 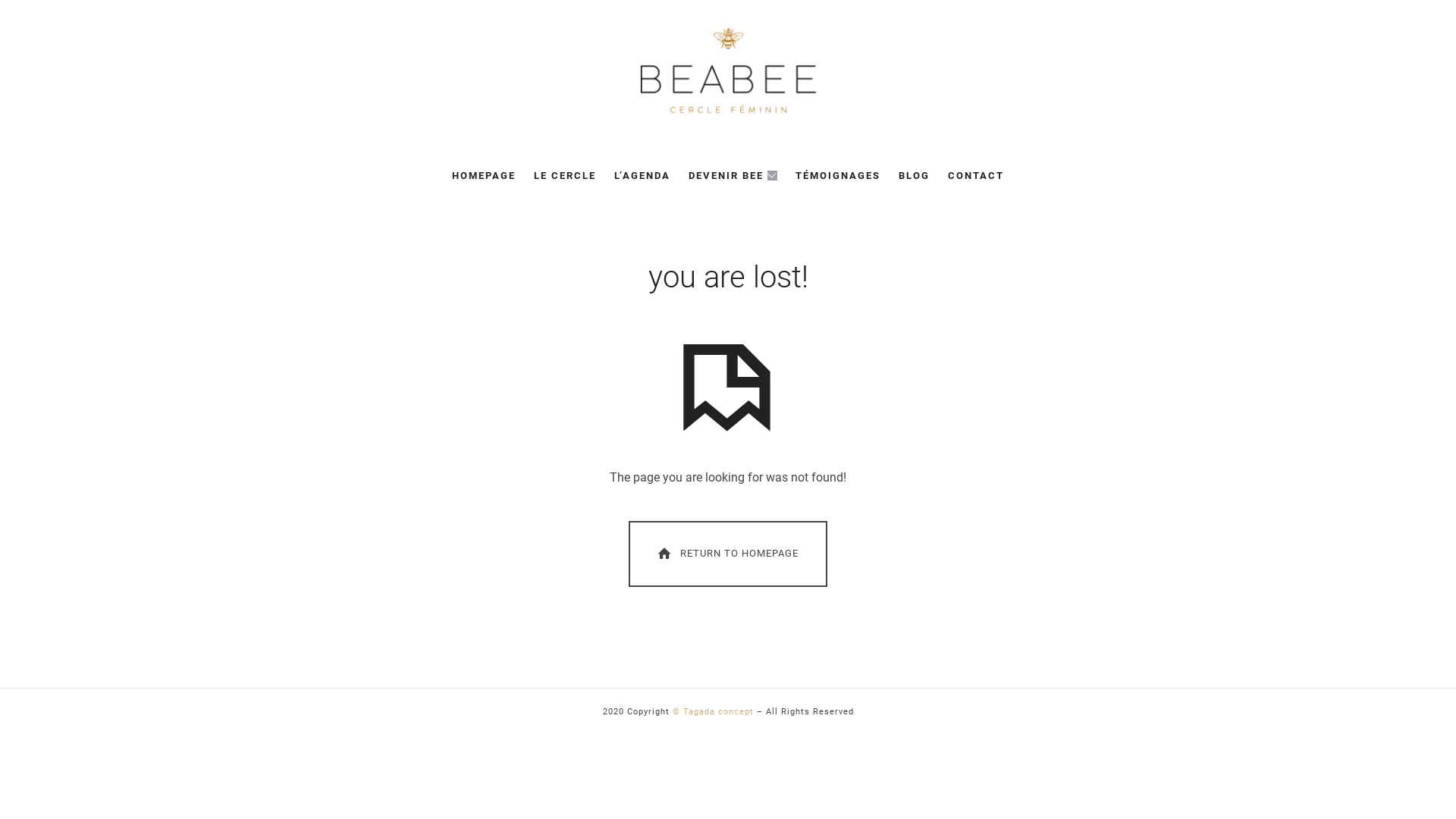 What do you see at coordinates (946, 174) in the screenshot?
I see `'CONTACT'` at bounding box center [946, 174].